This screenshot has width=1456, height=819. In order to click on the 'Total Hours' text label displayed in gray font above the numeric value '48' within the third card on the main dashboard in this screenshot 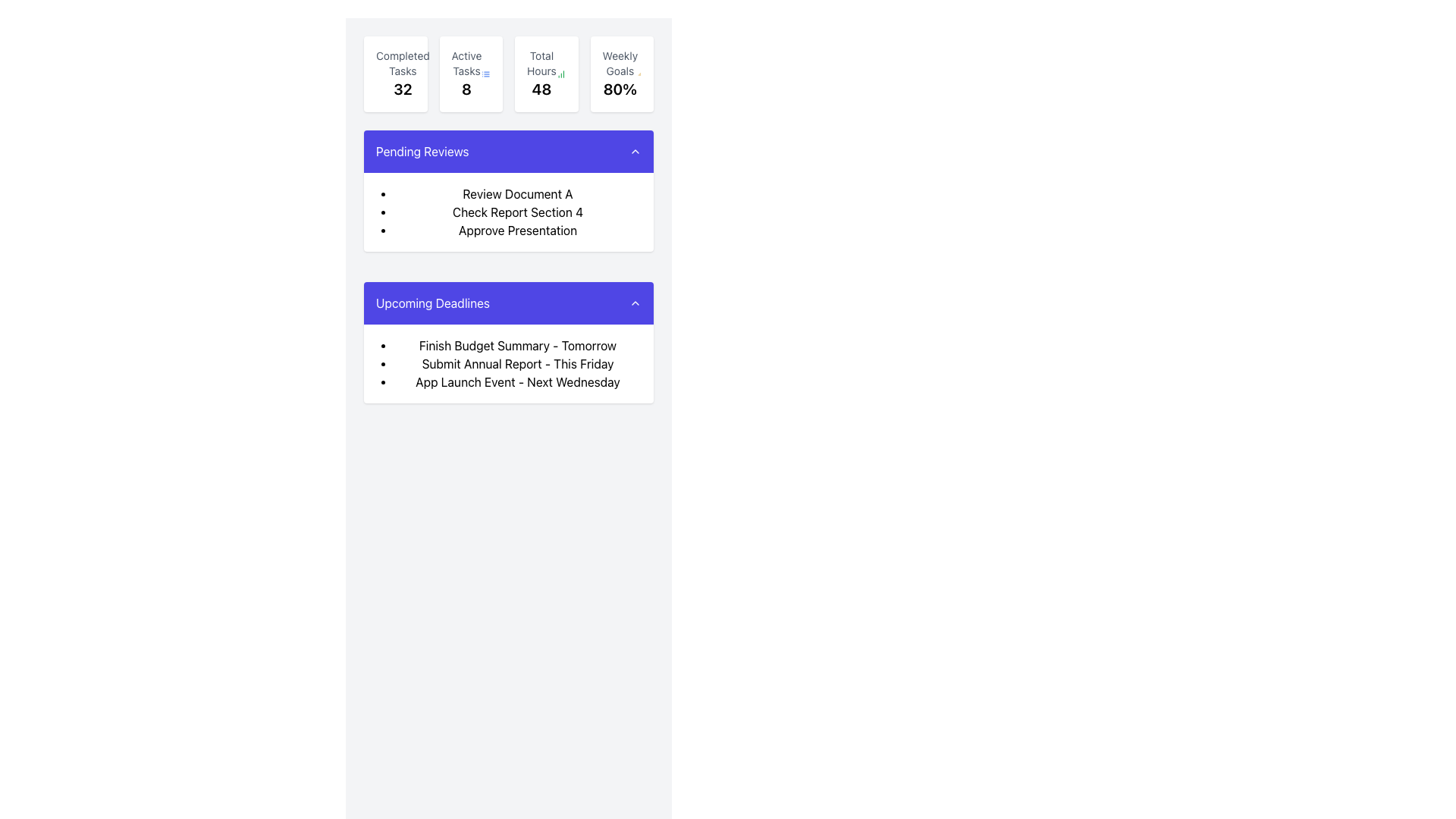, I will do `click(541, 63)`.